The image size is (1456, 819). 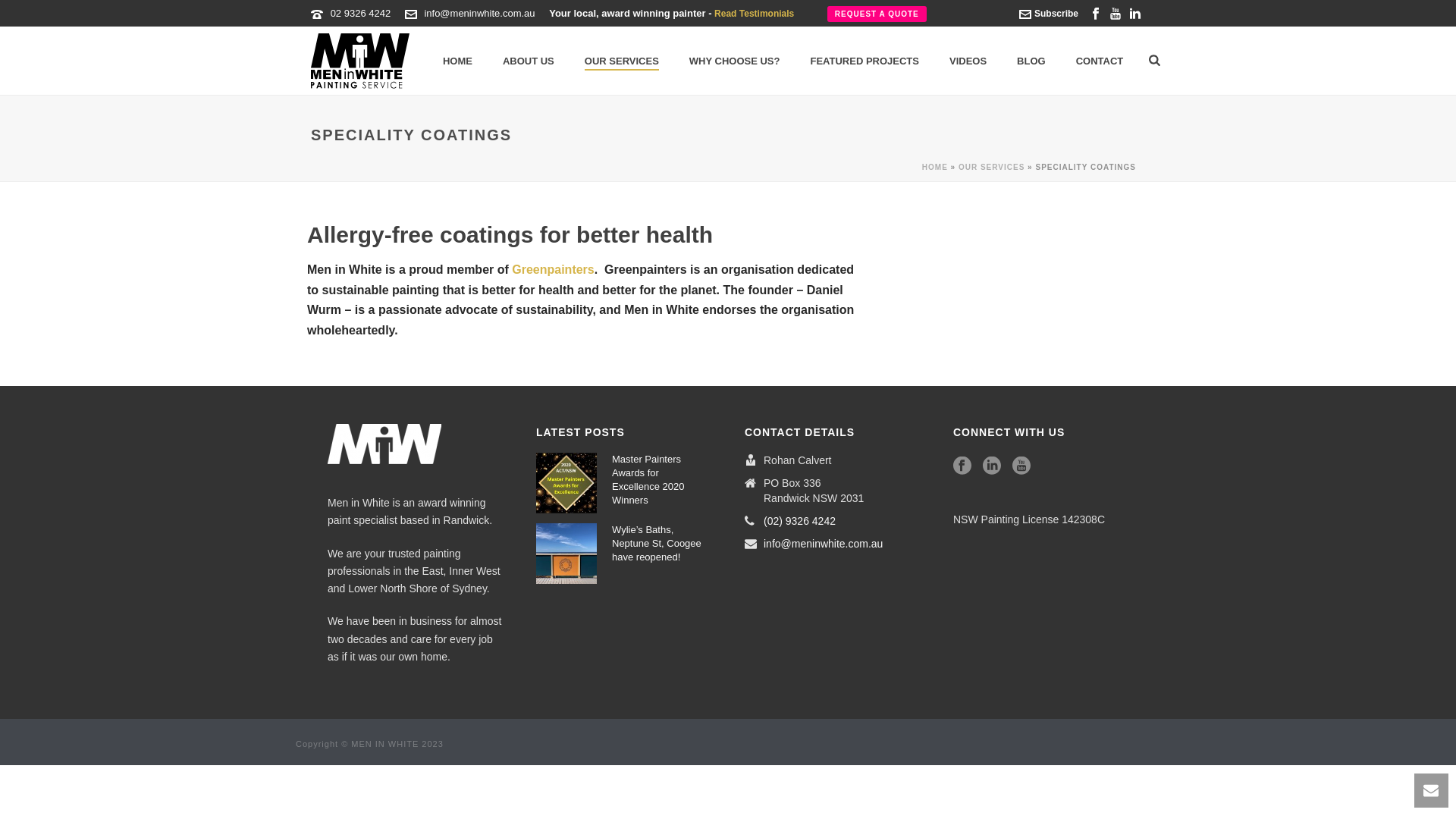 I want to click on 'Your local, award winning, Sydney painter', so click(x=359, y=60).